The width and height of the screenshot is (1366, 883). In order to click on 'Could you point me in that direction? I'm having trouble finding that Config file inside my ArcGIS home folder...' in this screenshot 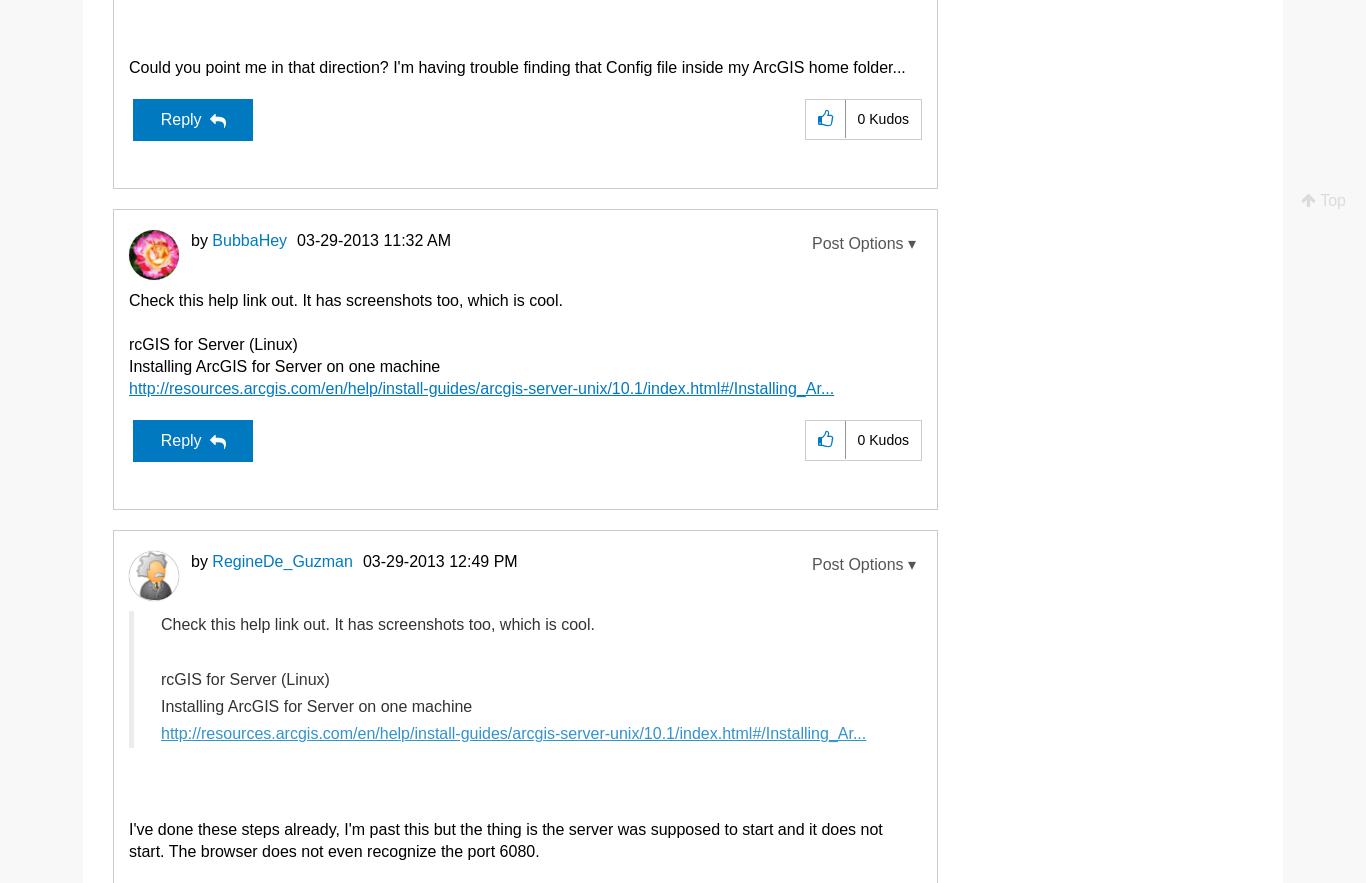, I will do `click(517, 65)`.